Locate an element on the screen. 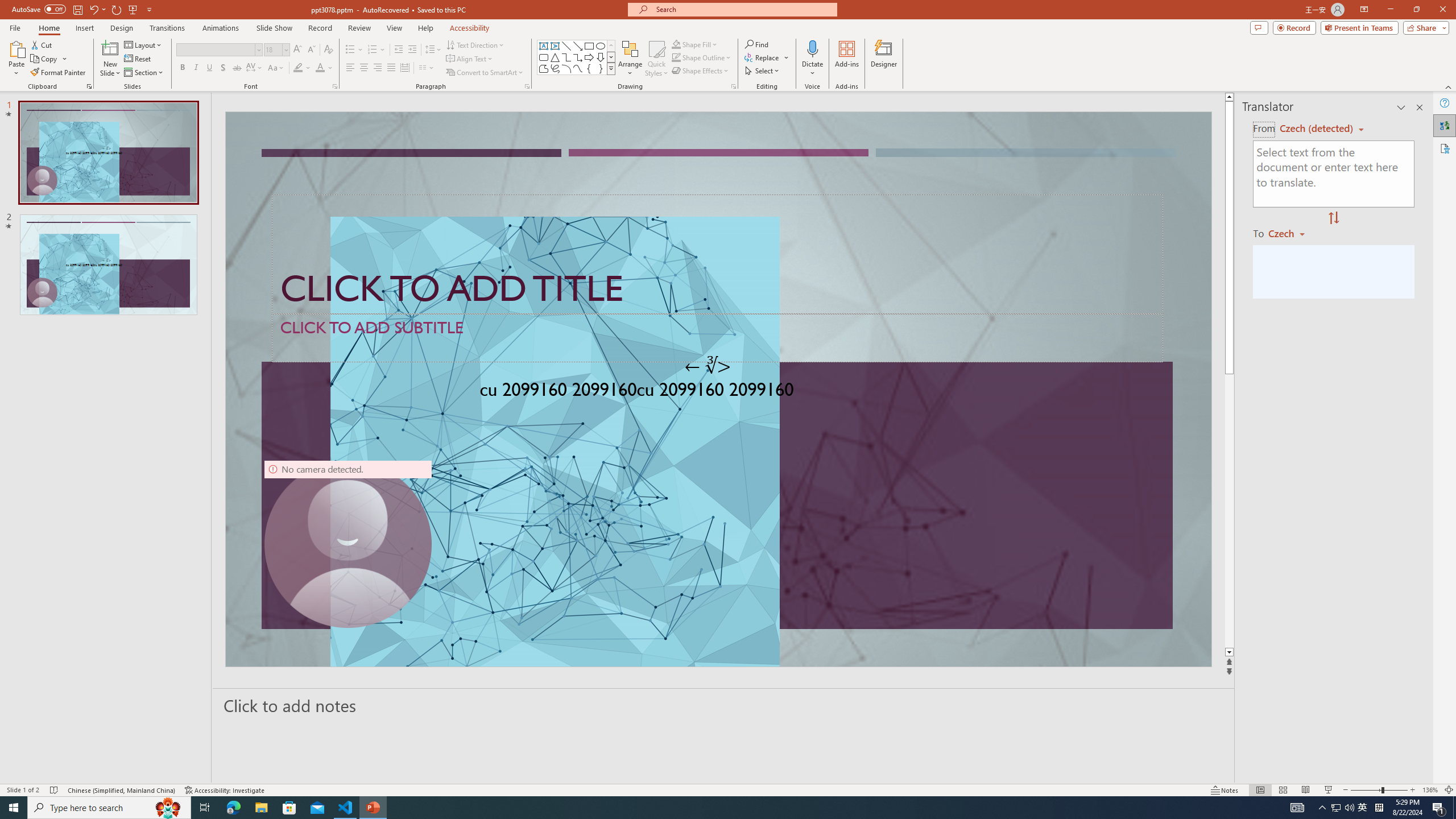 This screenshot has width=1456, height=819. 'Replace...' is located at coordinates (763, 56).